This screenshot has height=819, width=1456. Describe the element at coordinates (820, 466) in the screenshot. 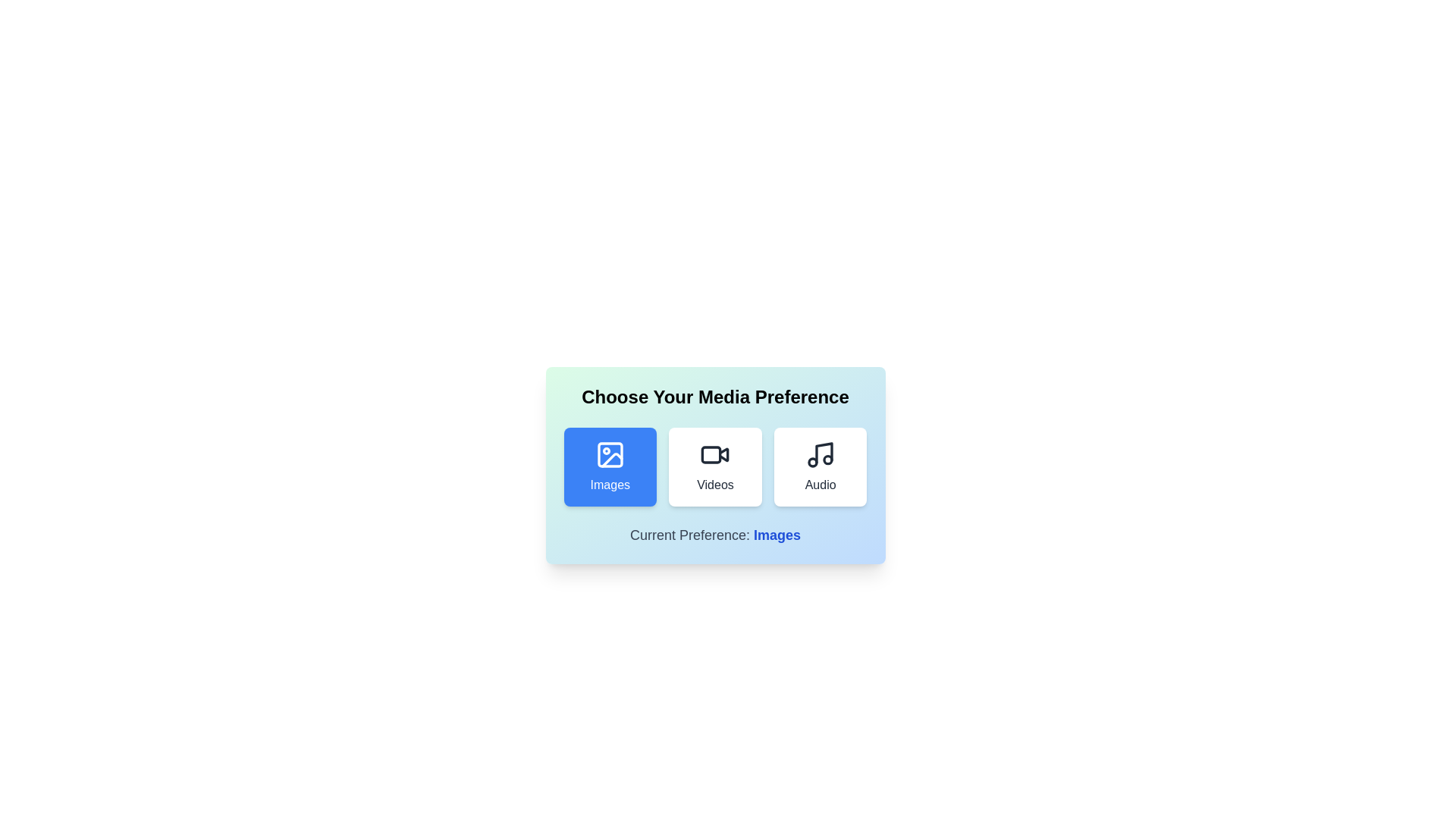

I see `the button corresponding to the media type Audio to inspect its icon` at that location.